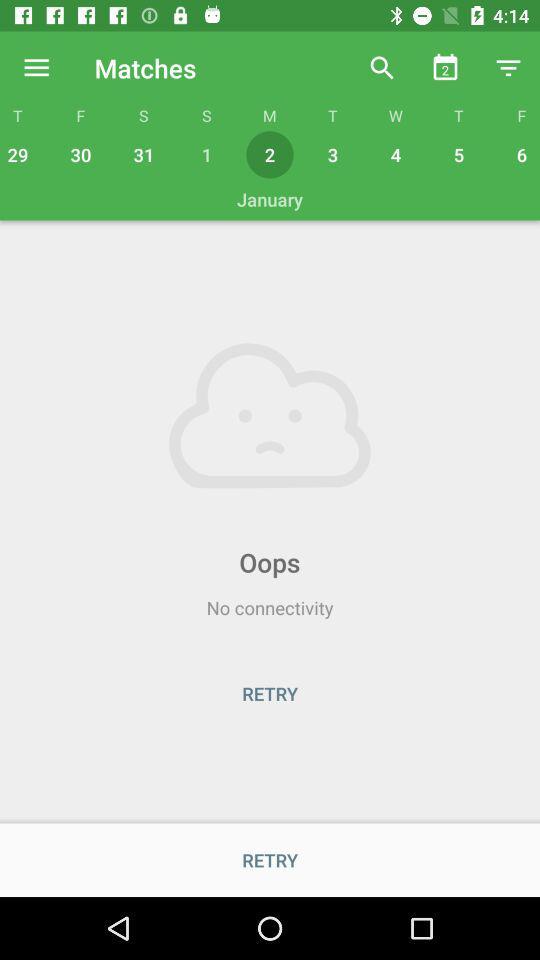 The height and width of the screenshot is (960, 540). What do you see at coordinates (36, 68) in the screenshot?
I see `the icon above t` at bounding box center [36, 68].